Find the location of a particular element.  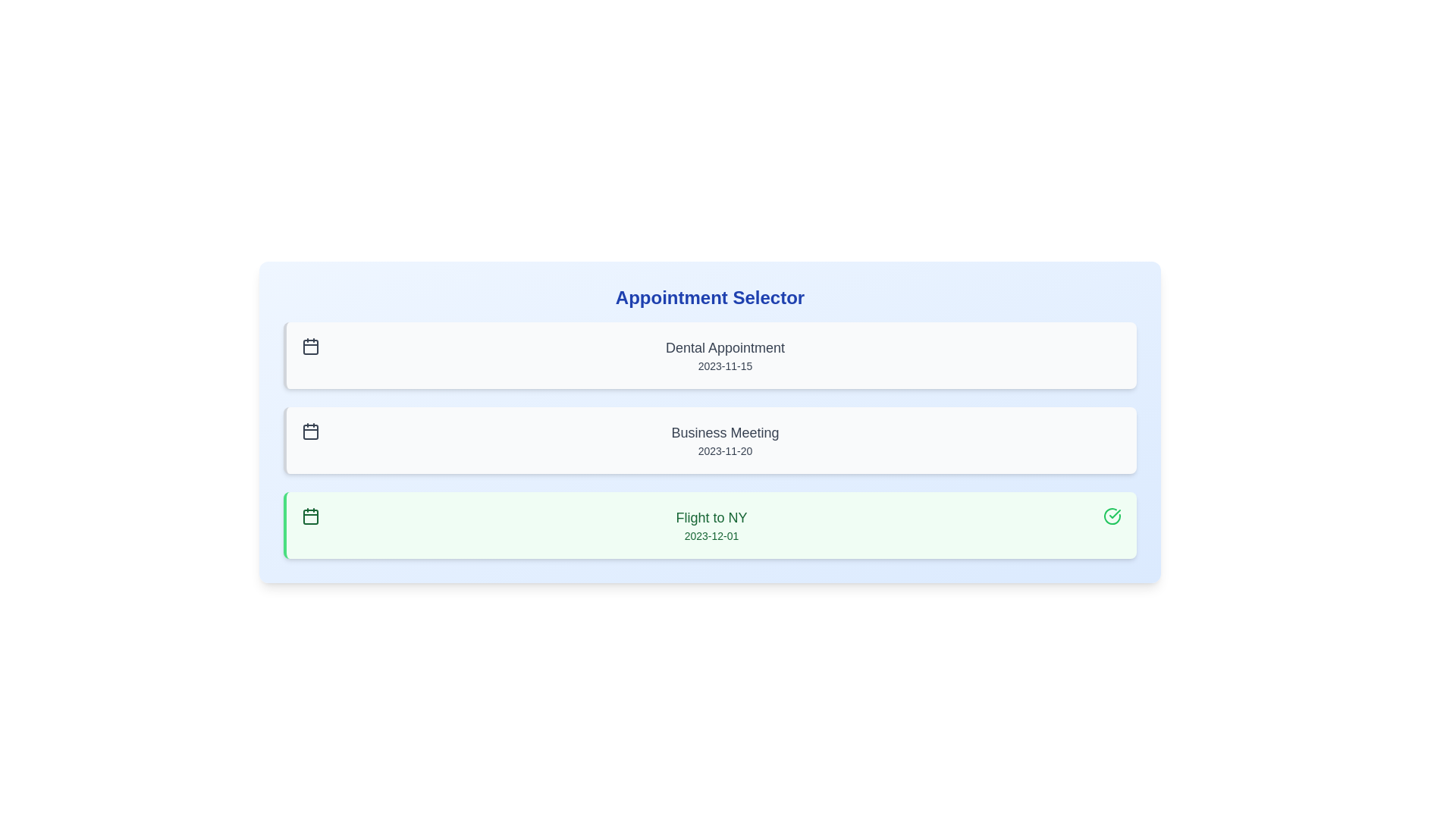

the appointment labeled 'Flight to NY' to observe its hover effect is located at coordinates (709, 525).